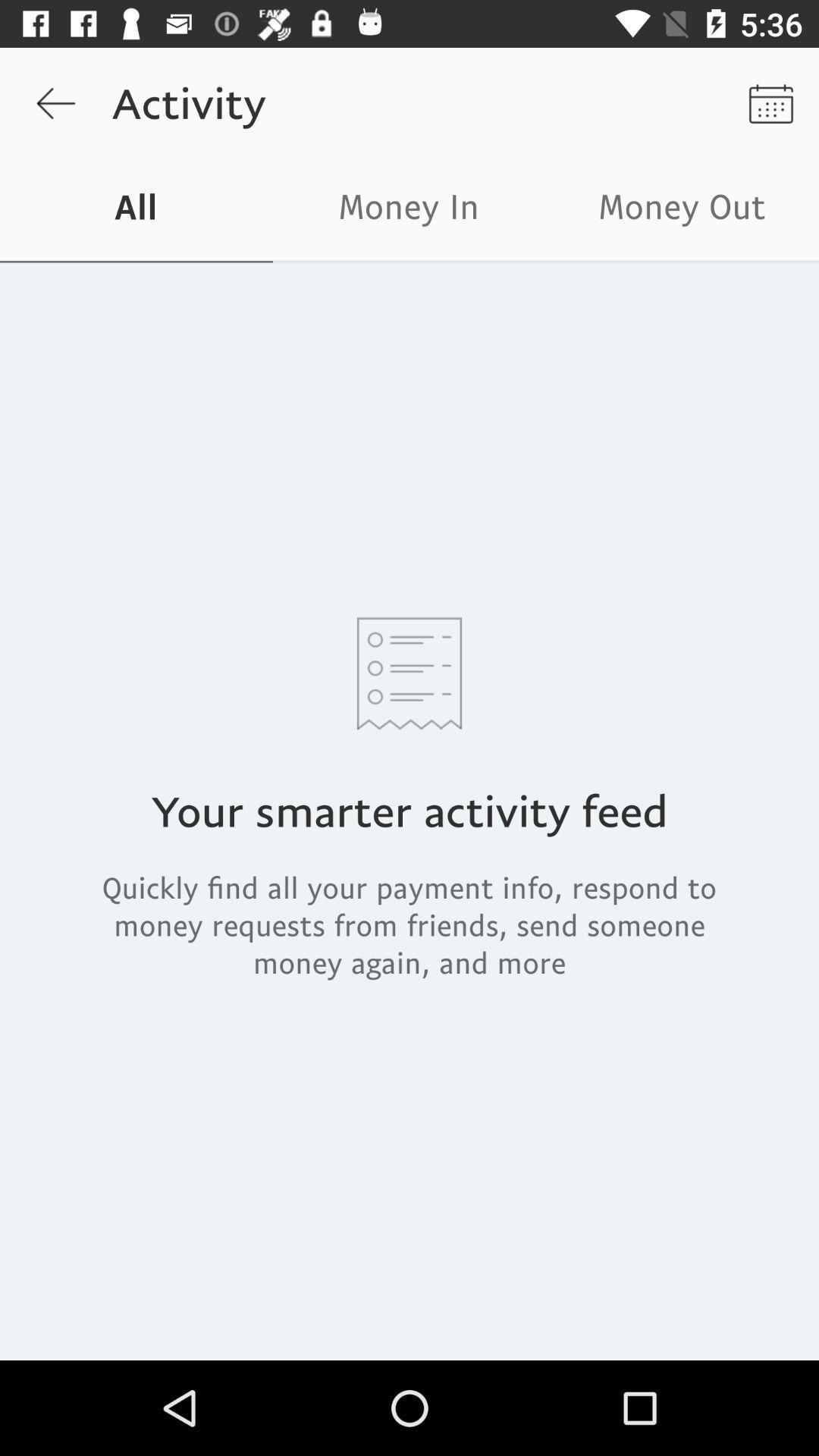  I want to click on the item to the left of activity item, so click(55, 102).